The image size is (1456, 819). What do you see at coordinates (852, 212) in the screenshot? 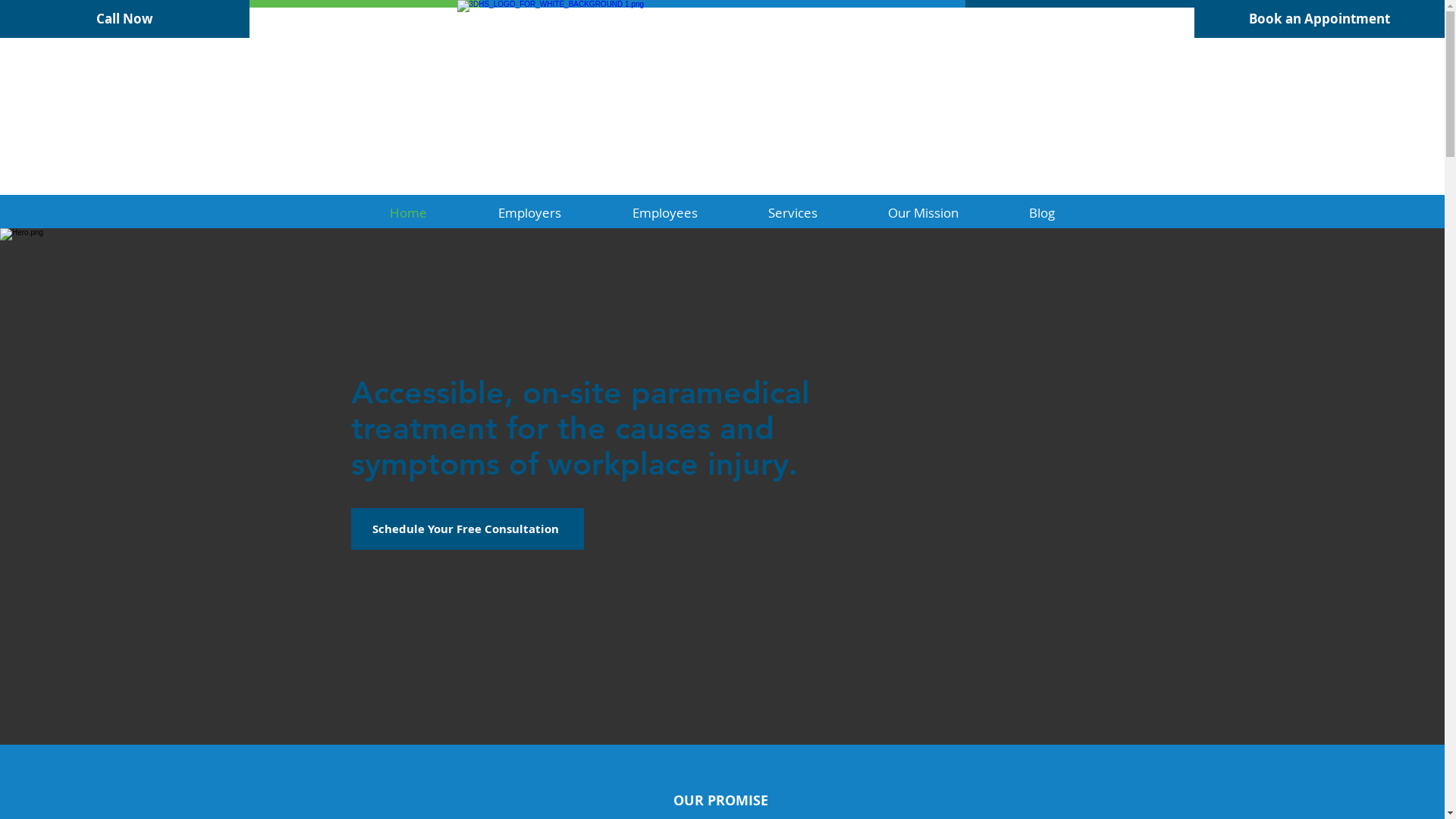
I see `'Our Mission'` at bounding box center [852, 212].